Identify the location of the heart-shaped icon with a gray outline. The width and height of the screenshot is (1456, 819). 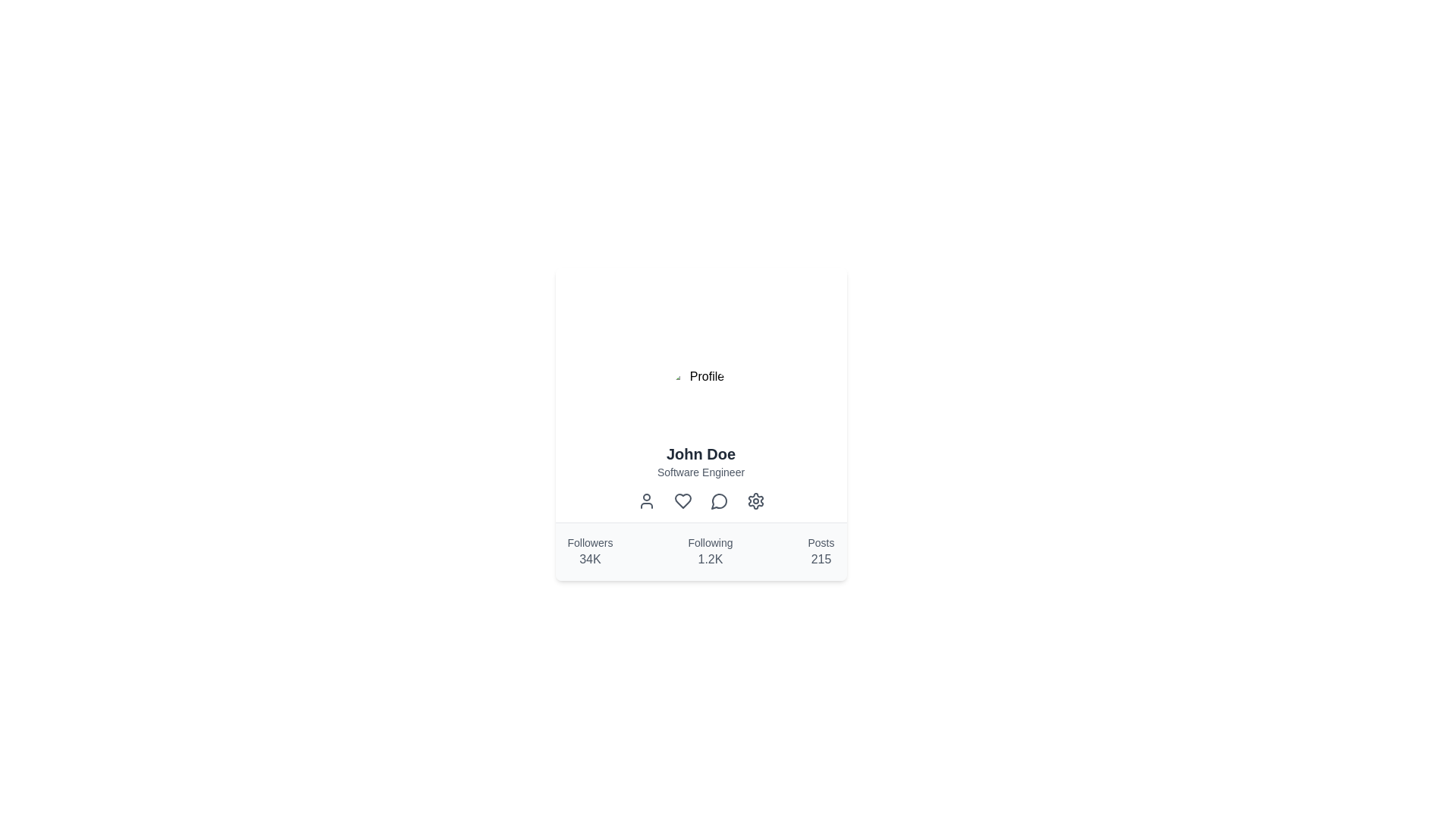
(682, 500).